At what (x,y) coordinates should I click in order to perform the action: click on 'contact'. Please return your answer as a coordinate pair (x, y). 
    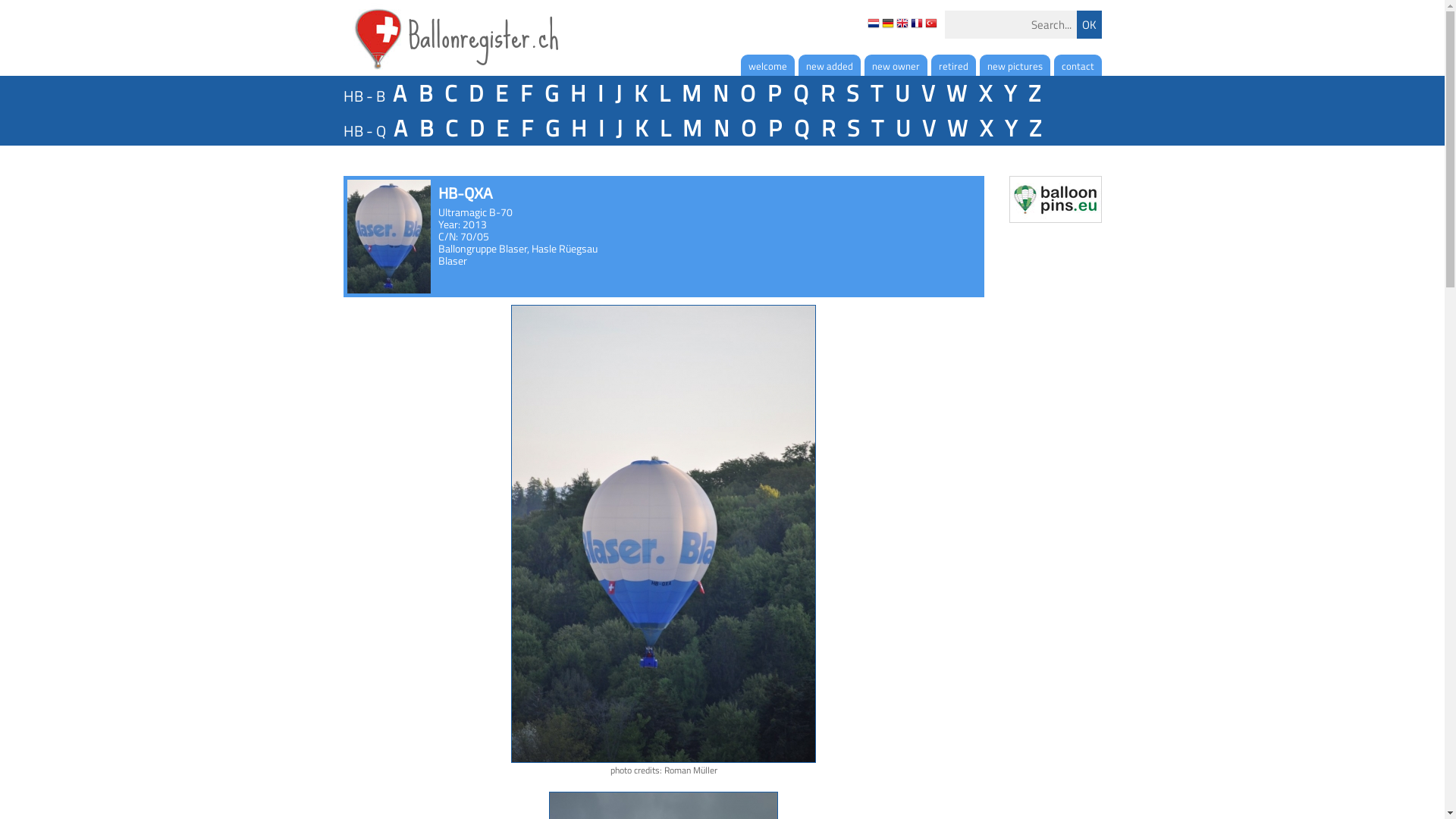
    Looking at the image, I should click on (1077, 64).